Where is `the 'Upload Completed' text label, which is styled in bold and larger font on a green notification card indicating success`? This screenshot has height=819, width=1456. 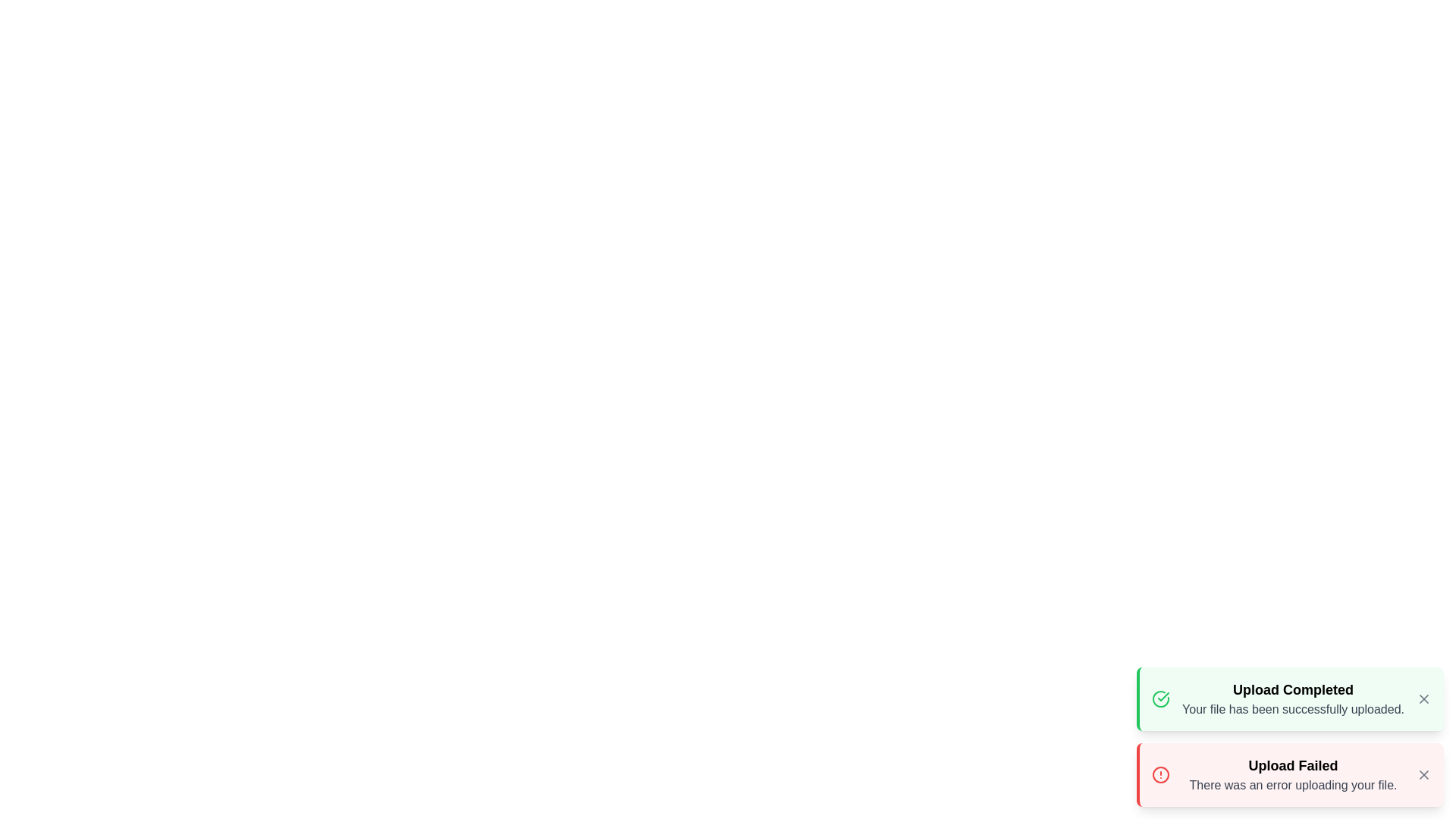
the 'Upload Completed' text label, which is styled in bold and larger font on a green notification card indicating success is located at coordinates (1292, 690).